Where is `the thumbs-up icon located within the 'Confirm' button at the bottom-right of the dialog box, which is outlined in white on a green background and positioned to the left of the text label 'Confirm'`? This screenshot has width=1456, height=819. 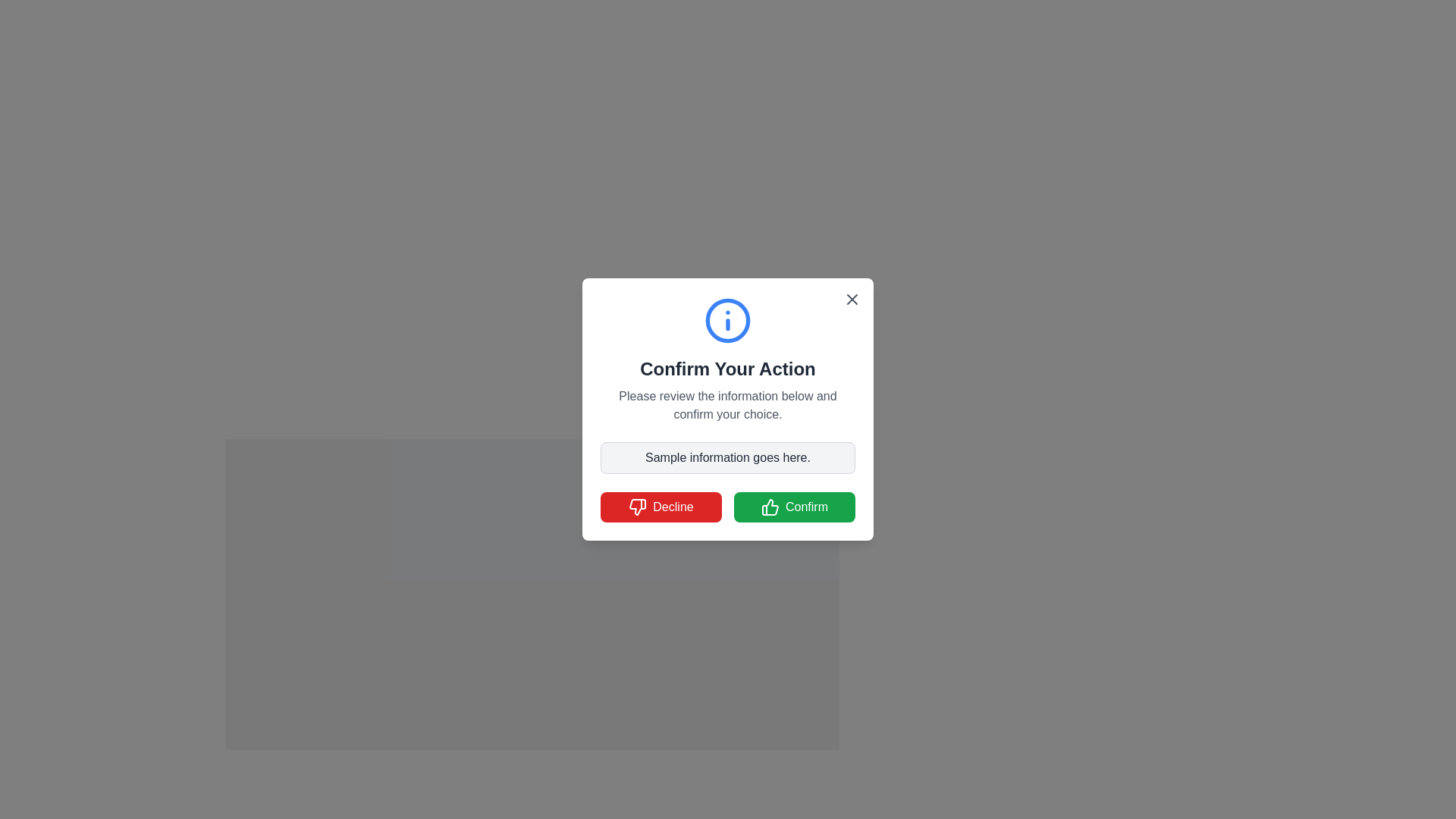 the thumbs-up icon located within the 'Confirm' button at the bottom-right of the dialog box, which is outlined in white on a green background and positioned to the left of the text label 'Confirm' is located at coordinates (770, 507).